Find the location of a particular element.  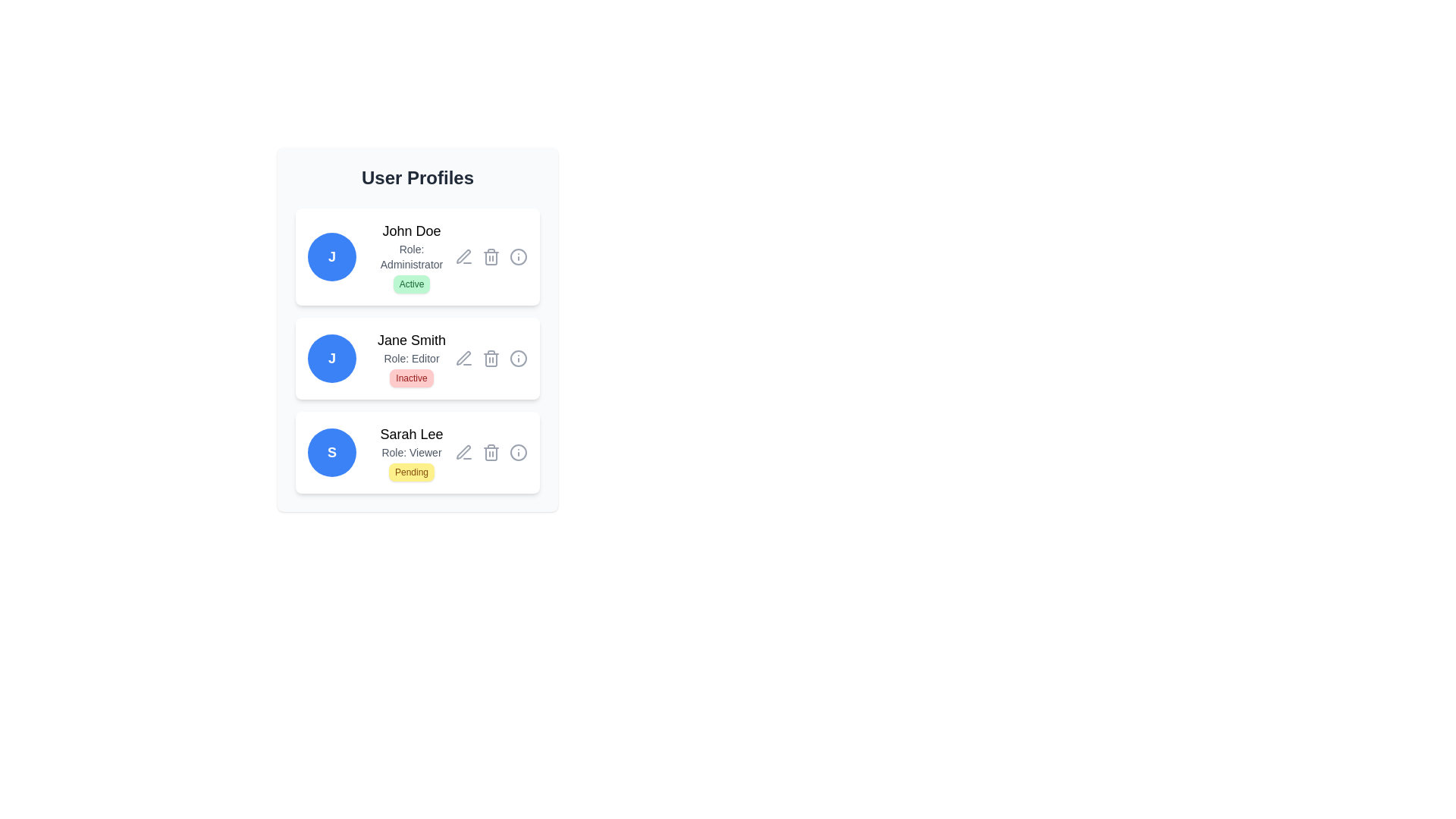

the Text label that displays the user's name, located in the second row of user profile cards, above the 'Role: Editor' text and 'Inactive' status badge is located at coordinates (411, 339).